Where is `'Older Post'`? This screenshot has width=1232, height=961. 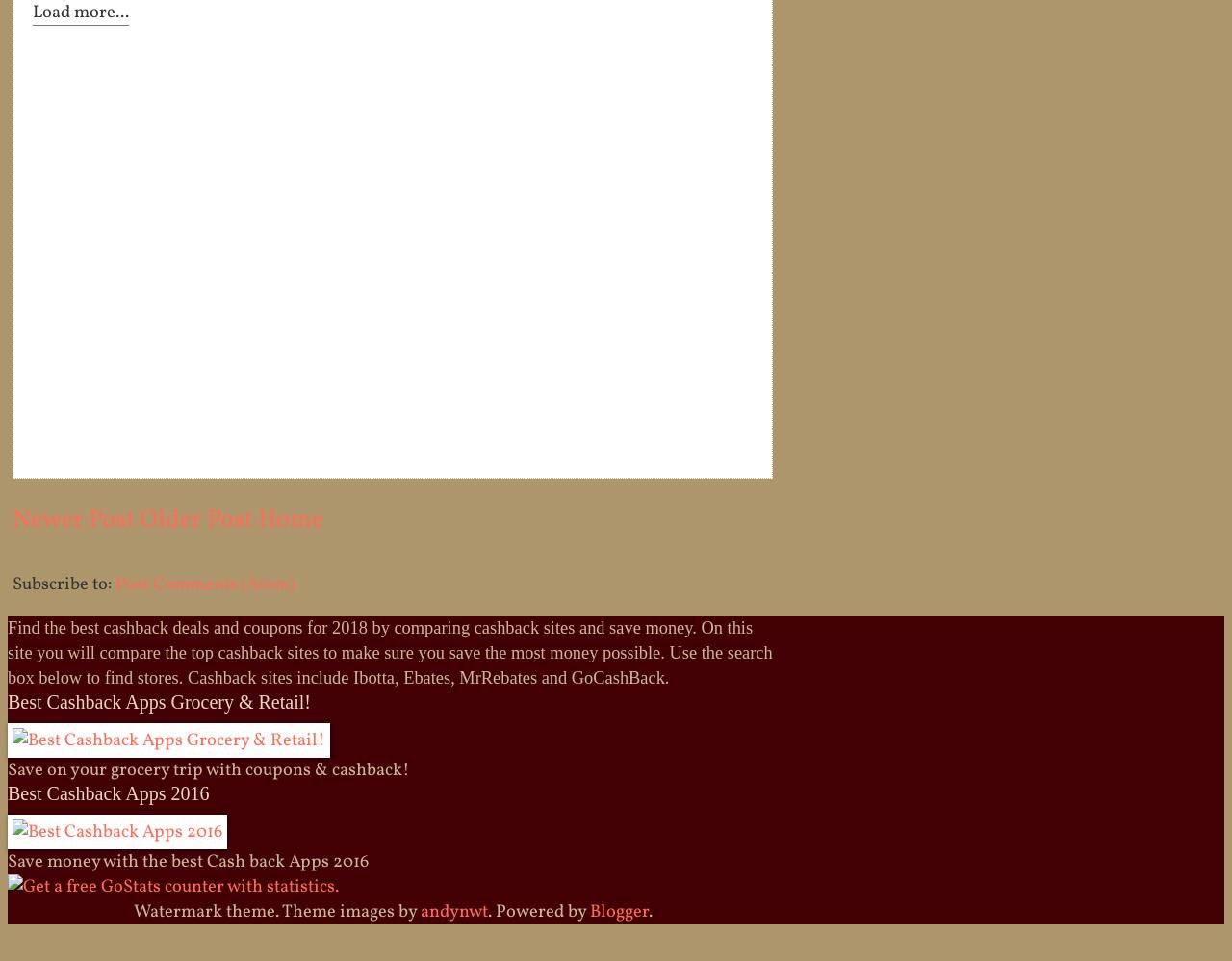 'Older Post' is located at coordinates (196, 520).